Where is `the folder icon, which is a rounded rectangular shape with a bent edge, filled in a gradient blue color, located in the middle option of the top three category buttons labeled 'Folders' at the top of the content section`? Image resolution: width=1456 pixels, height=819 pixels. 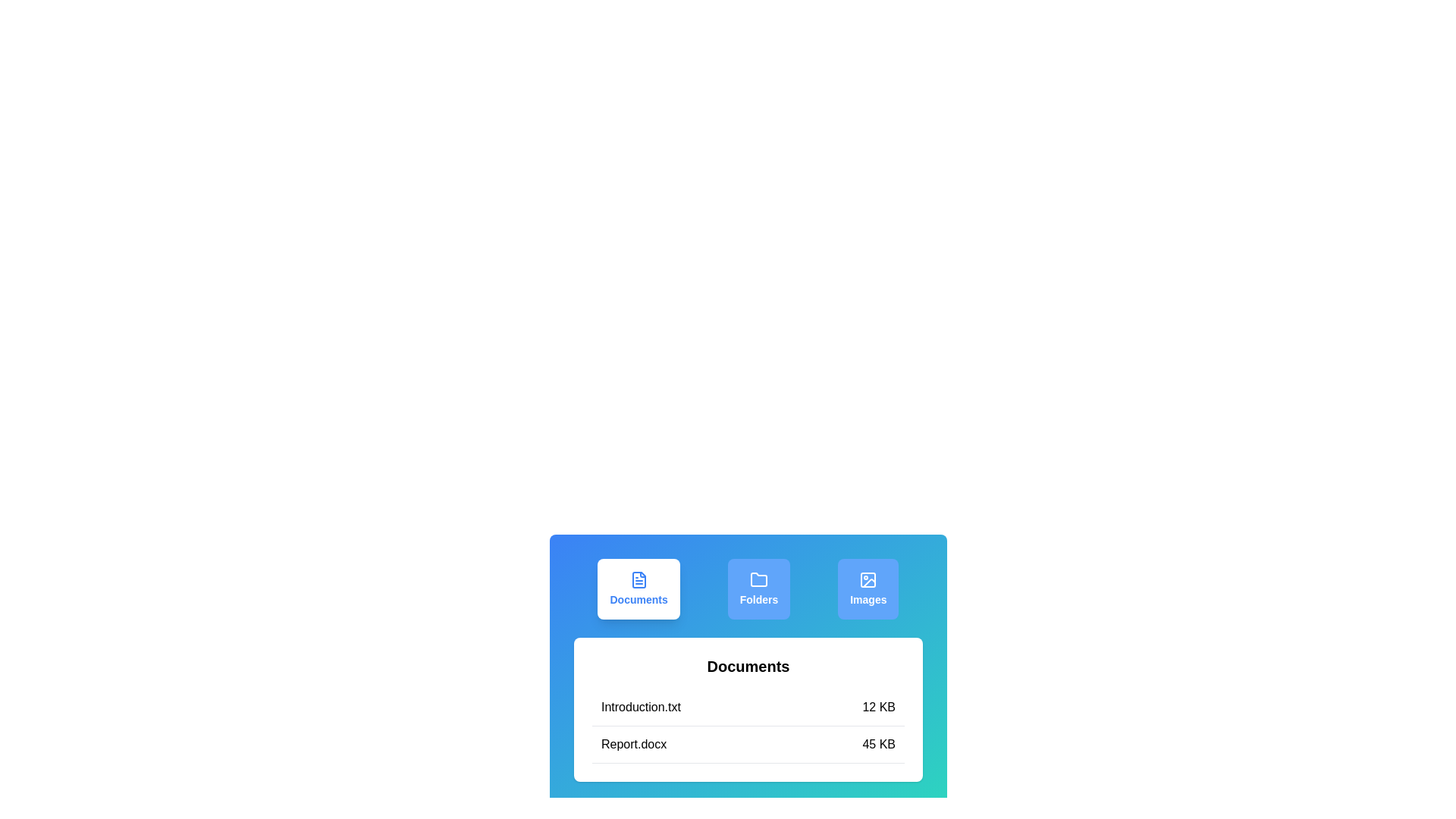
the folder icon, which is a rounded rectangular shape with a bent edge, filled in a gradient blue color, located in the middle option of the top three category buttons labeled 'Folders' at the top of the content section is located at coordinates (758, 579).